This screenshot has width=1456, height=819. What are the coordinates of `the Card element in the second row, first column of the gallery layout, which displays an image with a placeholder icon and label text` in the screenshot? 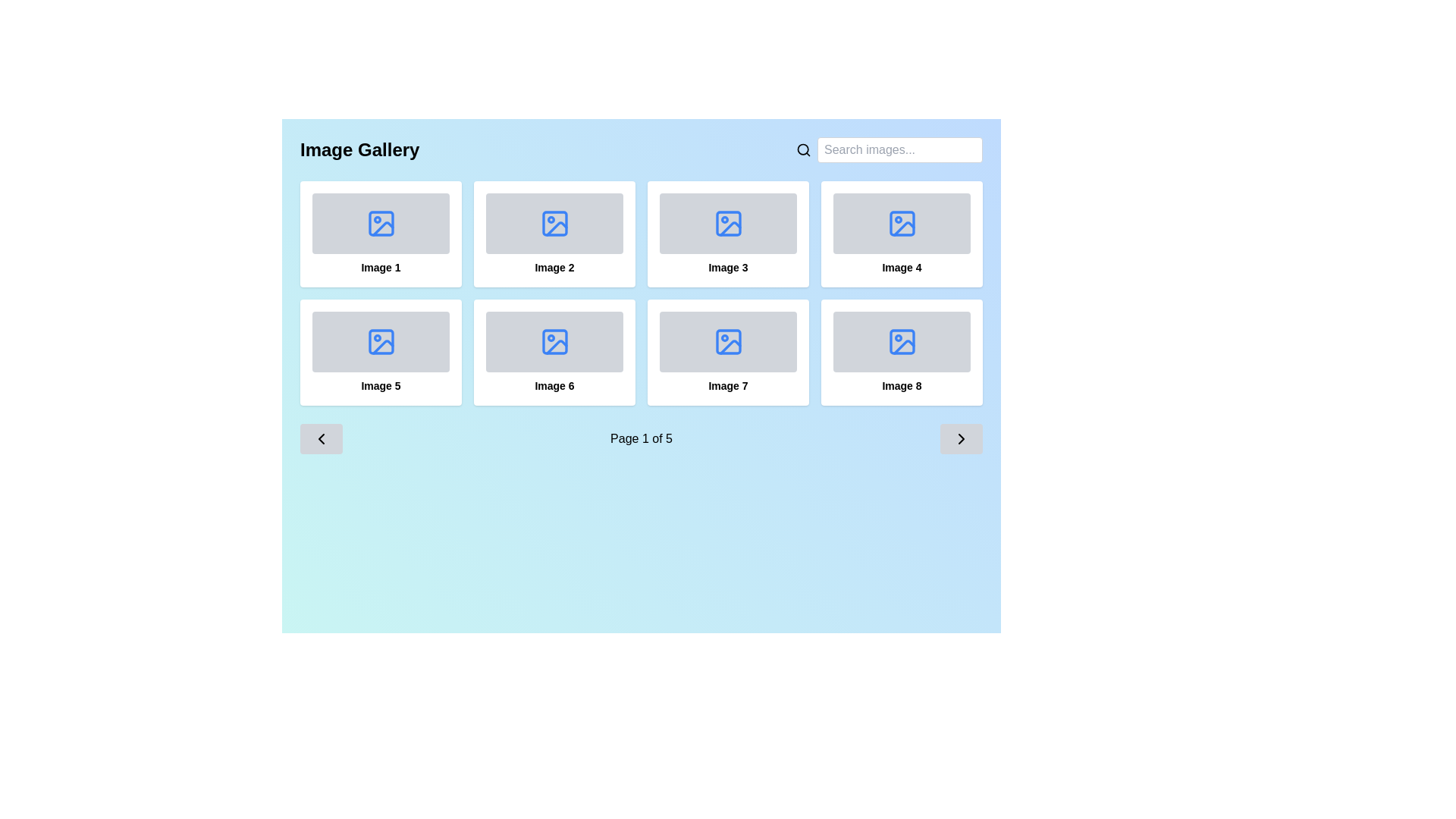 It's located at (381, 353).